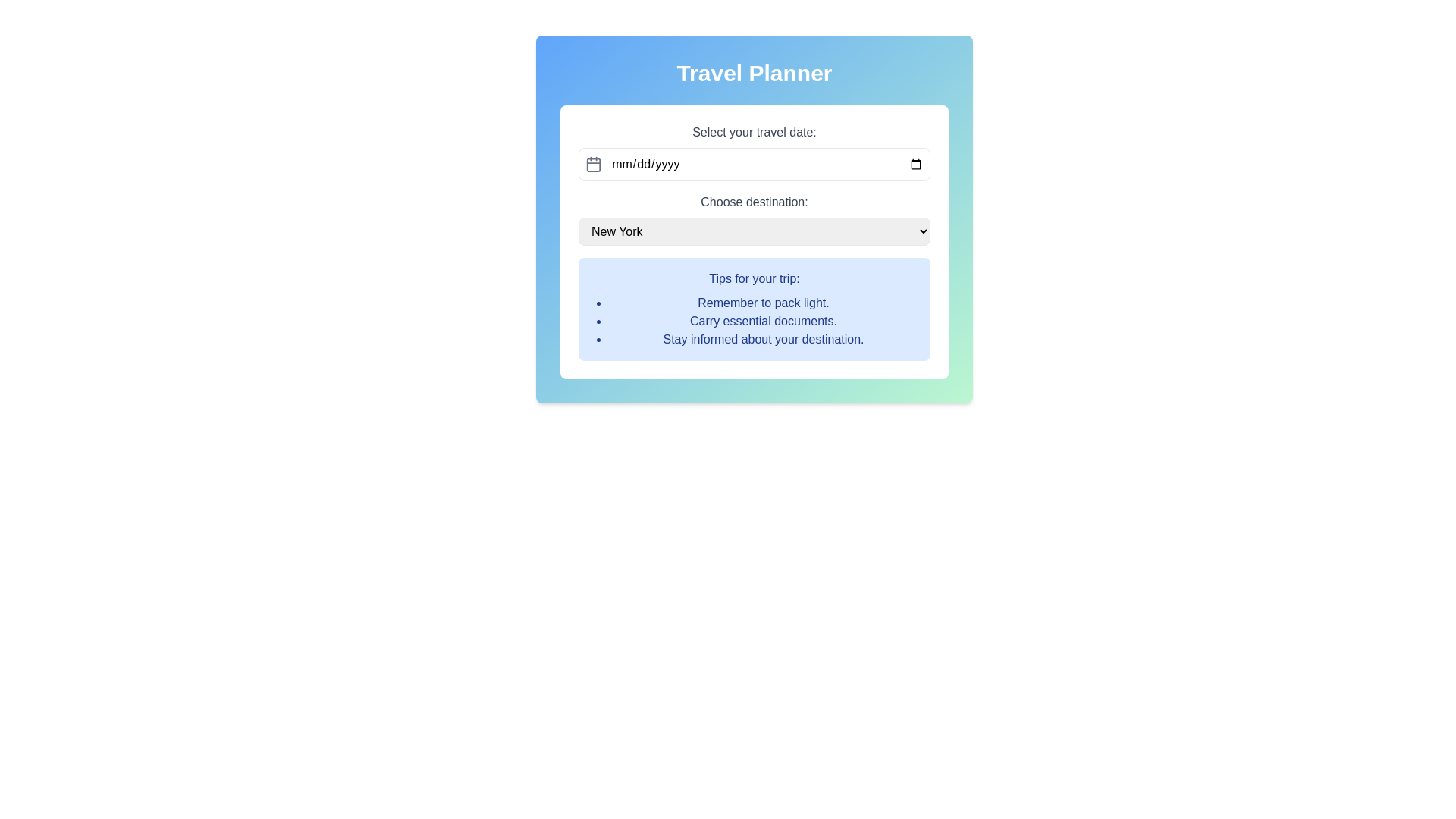 This screenshot has height=819, width=1456. I want to click on the date input field located in the 'Select your travel date' section, so click(767, 164).